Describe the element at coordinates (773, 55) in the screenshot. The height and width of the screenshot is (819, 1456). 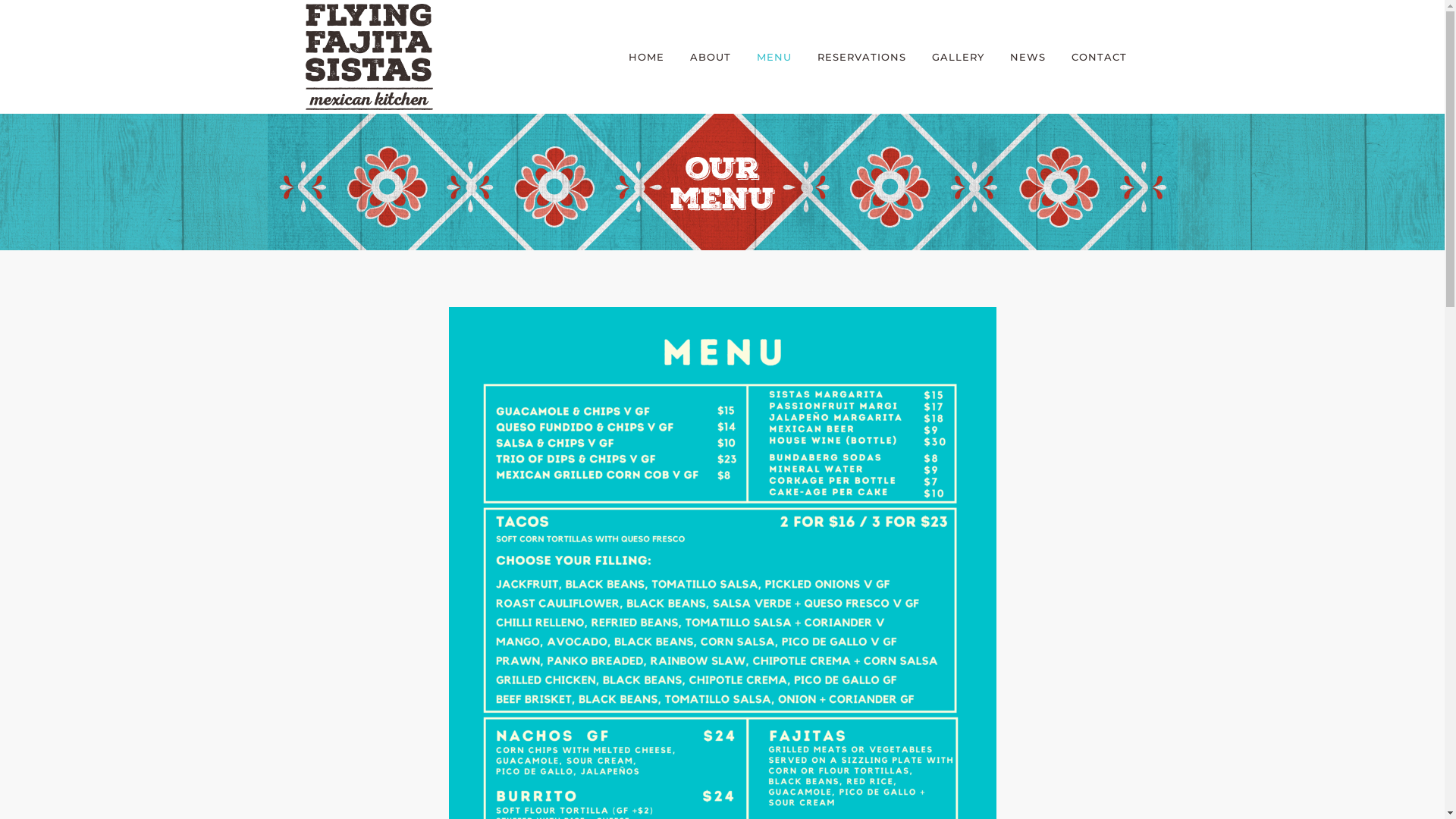
I see `'MENU'` at that location.